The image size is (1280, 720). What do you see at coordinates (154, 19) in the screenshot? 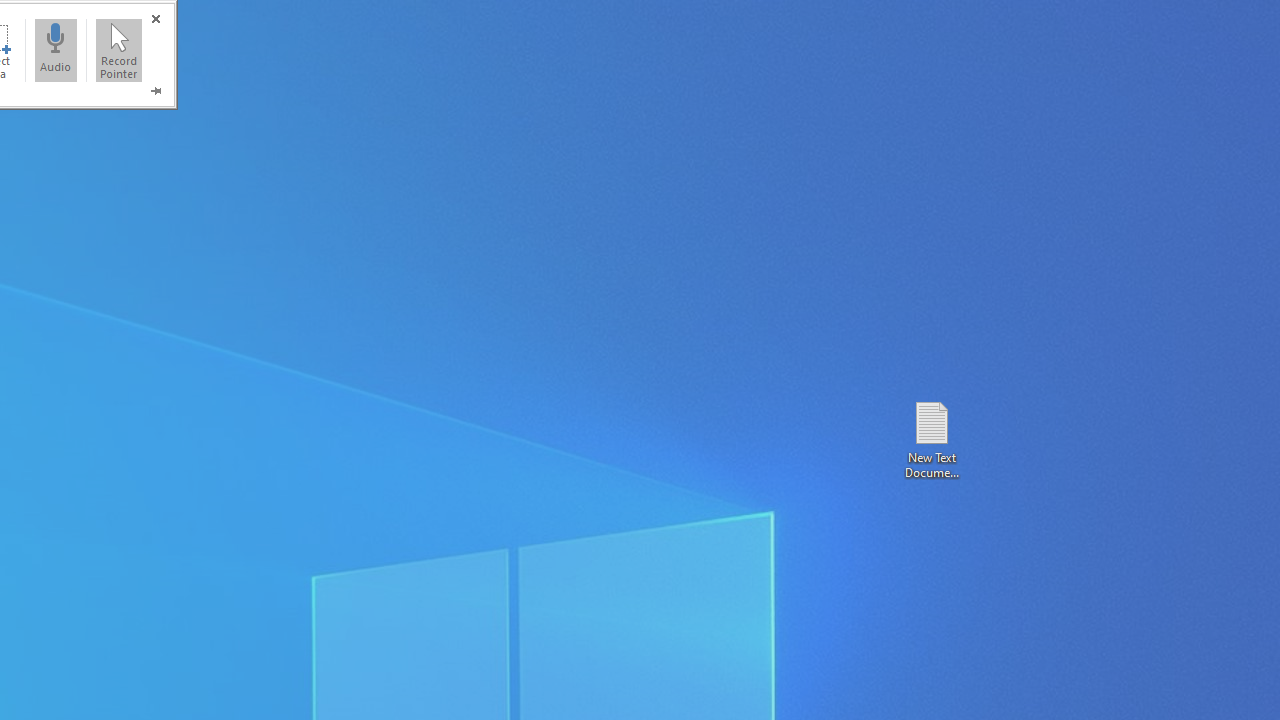
I see `'Close (Windows logo key+Shift+Q)'` at bounding box center [154, 19].